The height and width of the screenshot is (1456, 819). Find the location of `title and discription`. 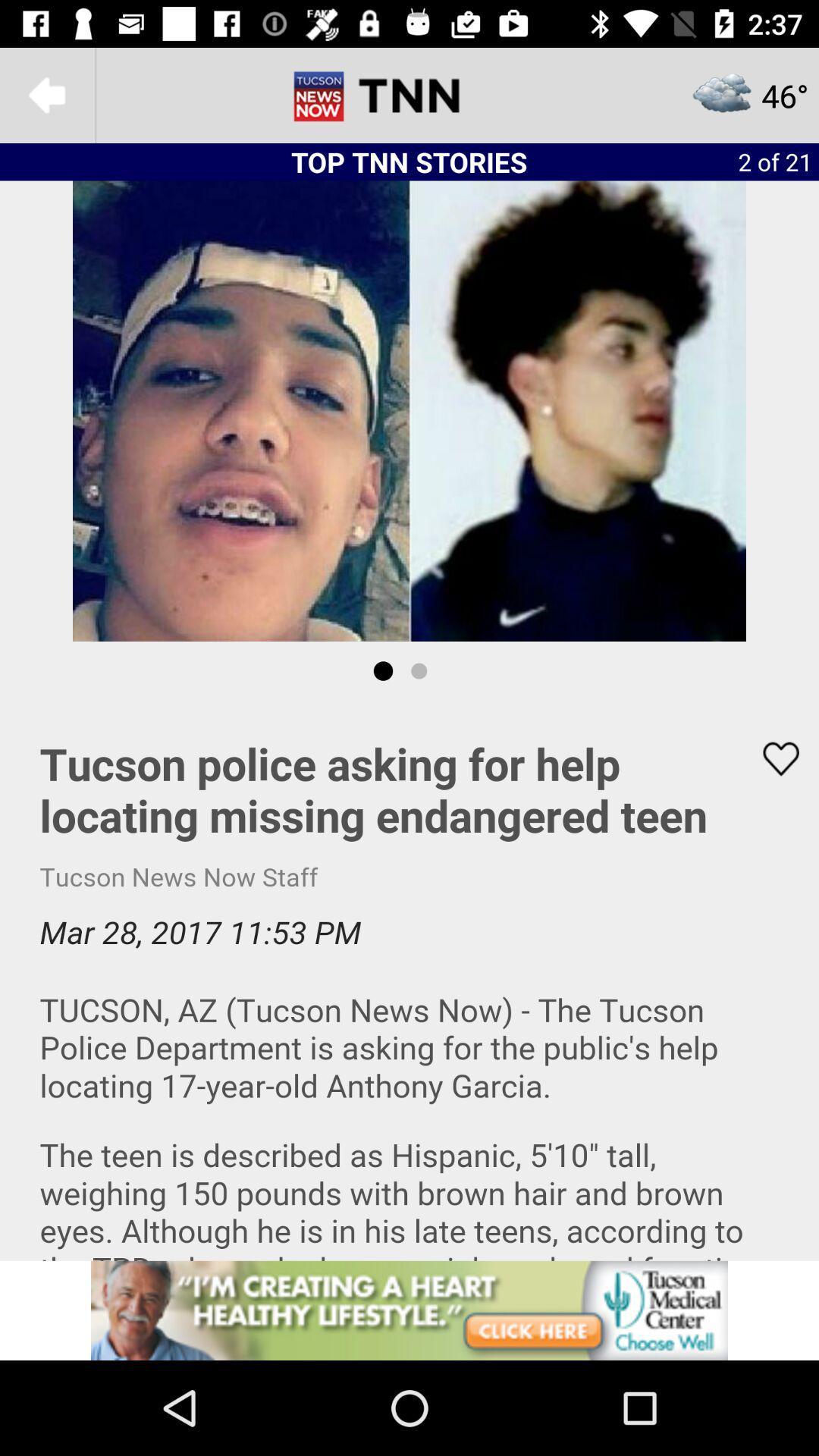

title and discription is located at coordinates (409, 981).